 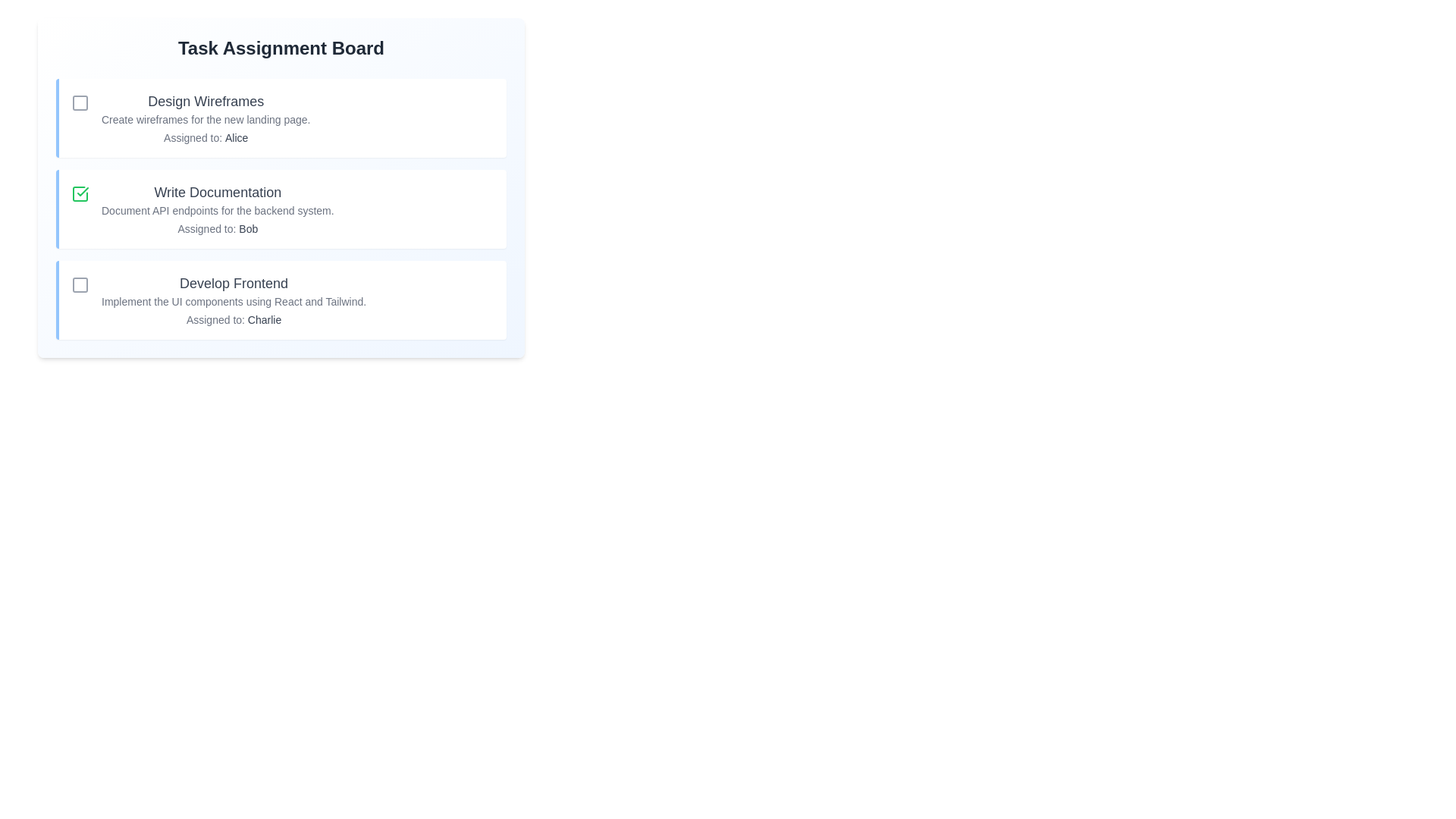 I want to click on the text label displaying the name 'Bob' in the 'Assigned to: Bob' section of the 'Write Documentation' task item, so click(x=248, y=228).